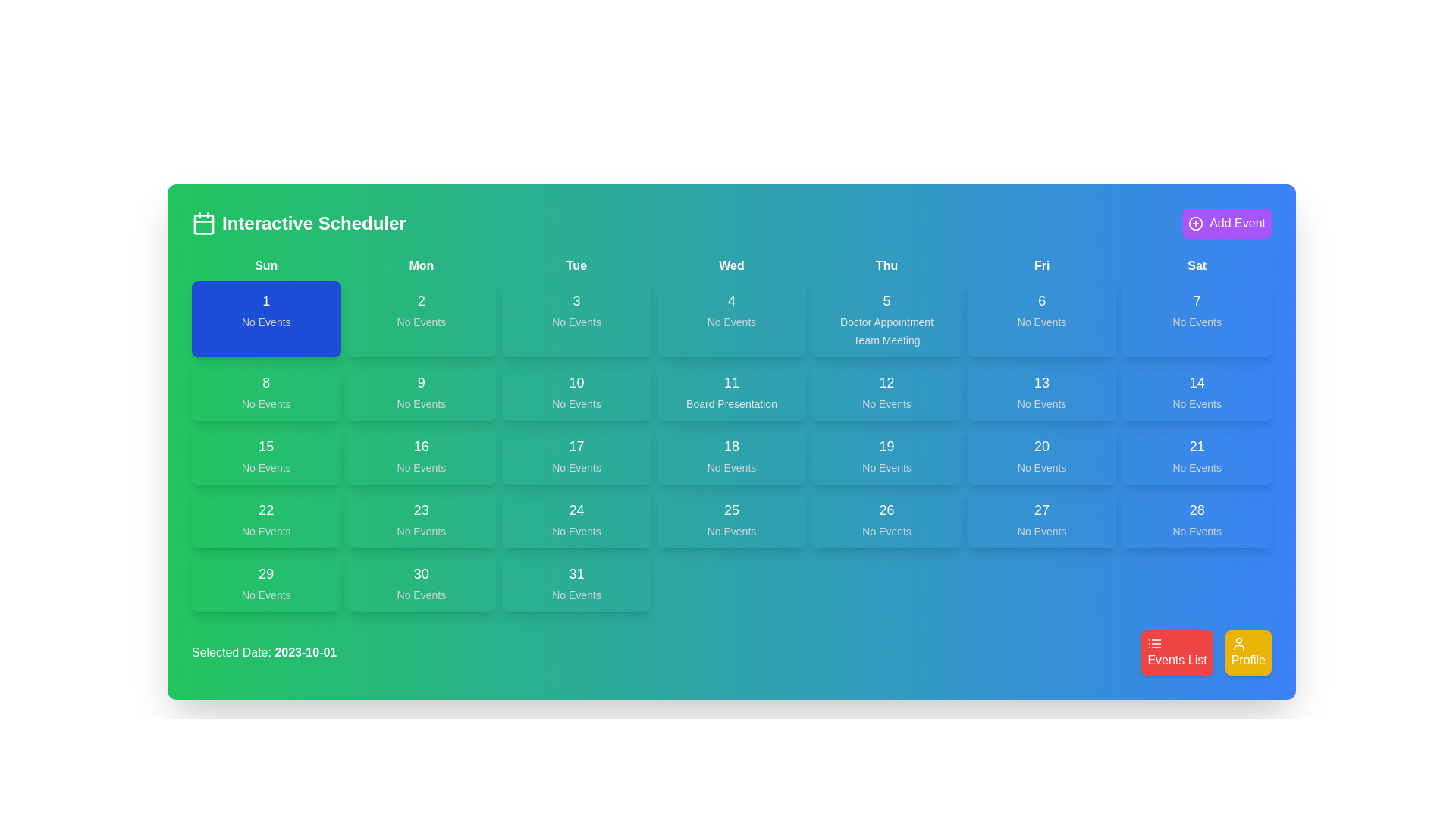  What do you see at coordinates (886, 531) in the screenshot?
I see `the static text indicator that informs users of no scheduled events for the 26th day of the month, located under the bold number '26' in the calendar interface` at bounding box center [886, 531].